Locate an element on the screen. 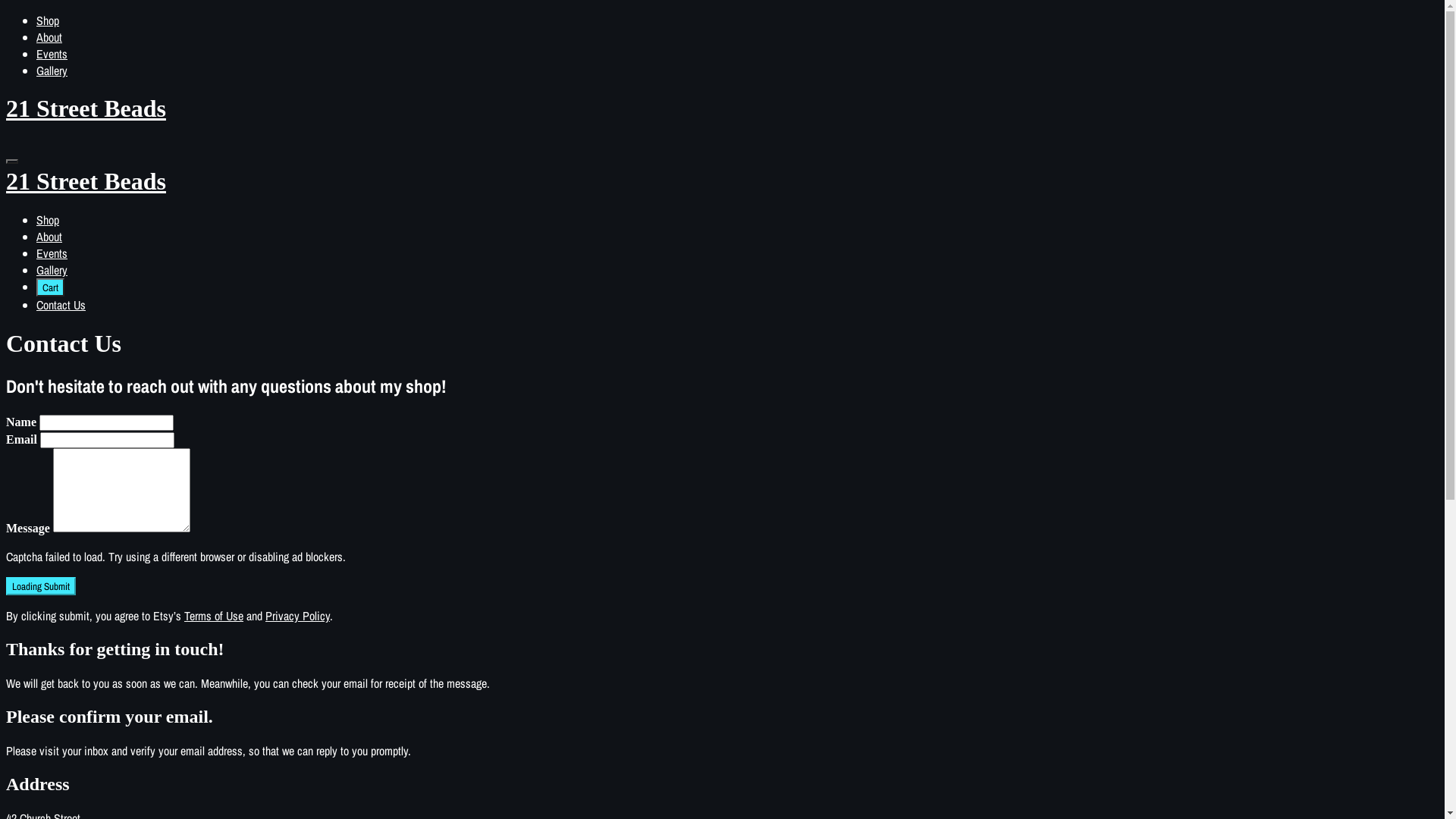 This screenshot has width=1456, height=819. 'Privacy Policy' is located at coordinates (297, 616).